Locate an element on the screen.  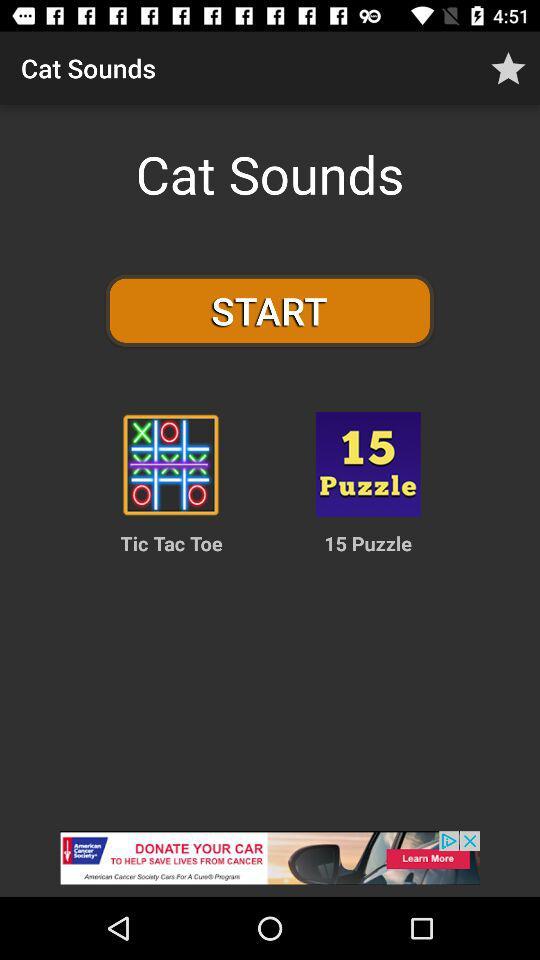
tic tac toe is located at coordinates (171, 464).